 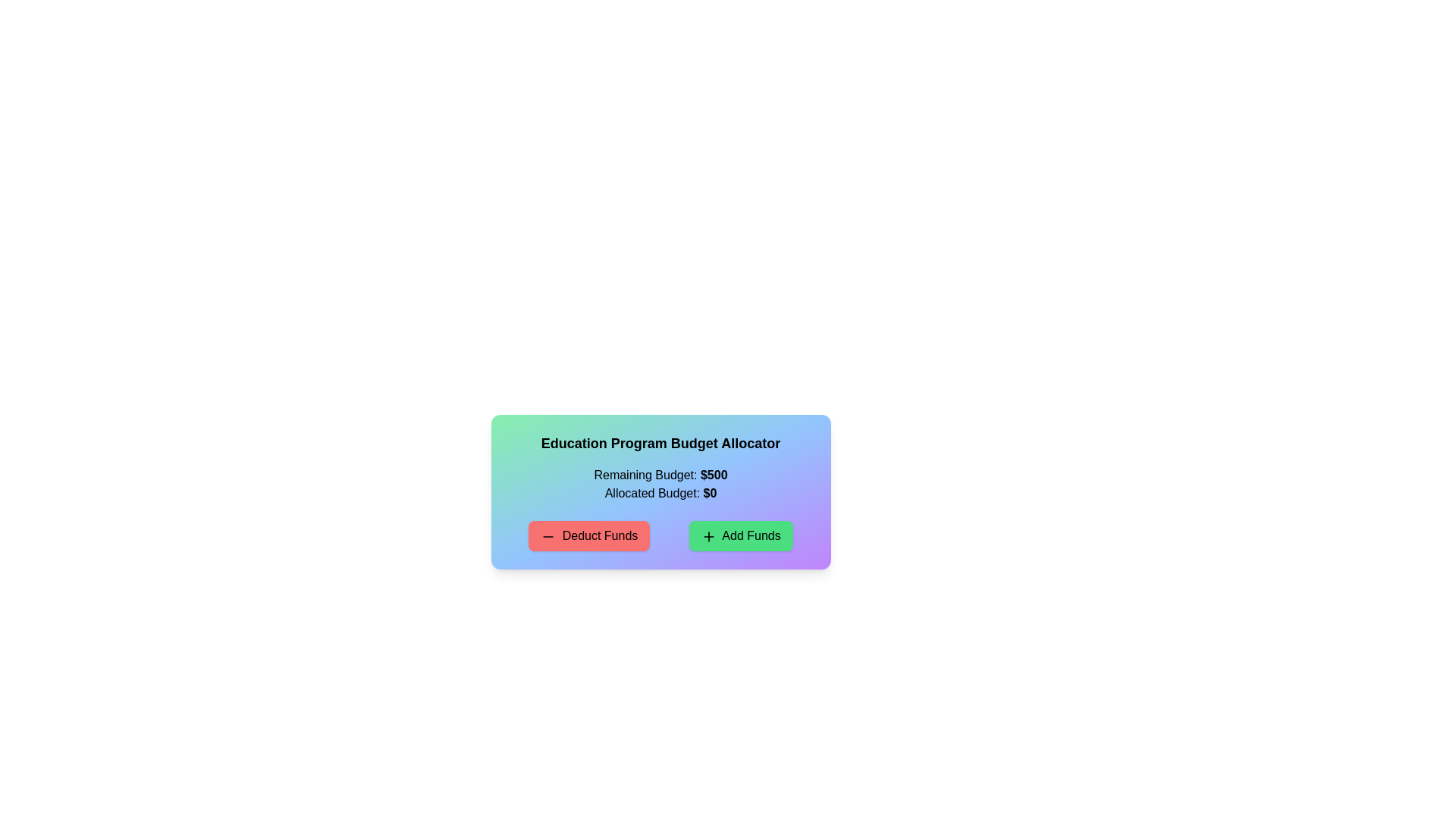 I want to click on the 'Deduct Funds' button in the button group located within the 'Education Program Budget Allocator' box, so click(x=661, y=535).